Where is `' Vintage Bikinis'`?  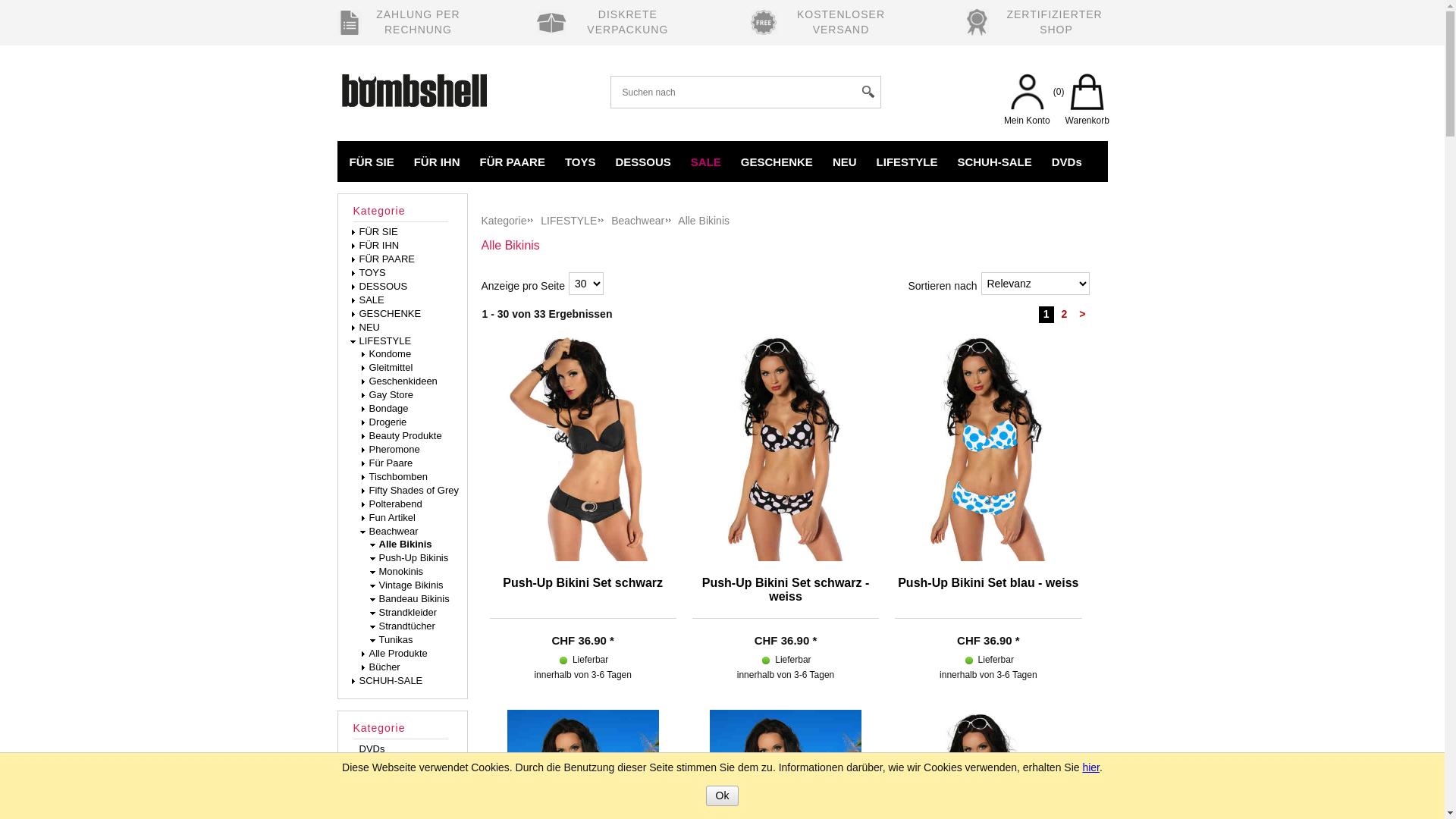 ' Vintage Bikinis' is located at coordinates (378, 584).